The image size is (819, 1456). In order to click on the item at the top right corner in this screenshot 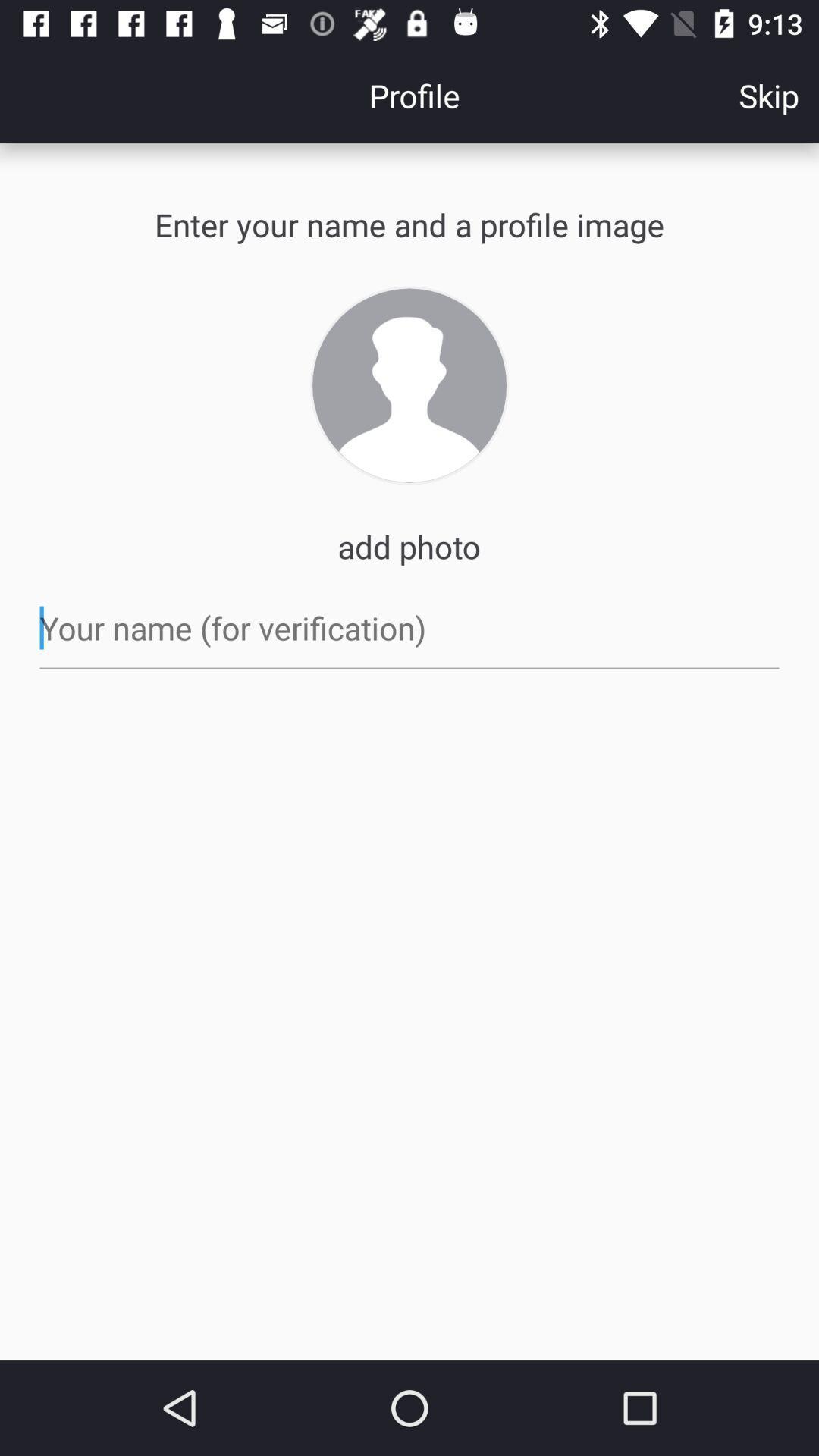, I will do `click(769, 94)`.